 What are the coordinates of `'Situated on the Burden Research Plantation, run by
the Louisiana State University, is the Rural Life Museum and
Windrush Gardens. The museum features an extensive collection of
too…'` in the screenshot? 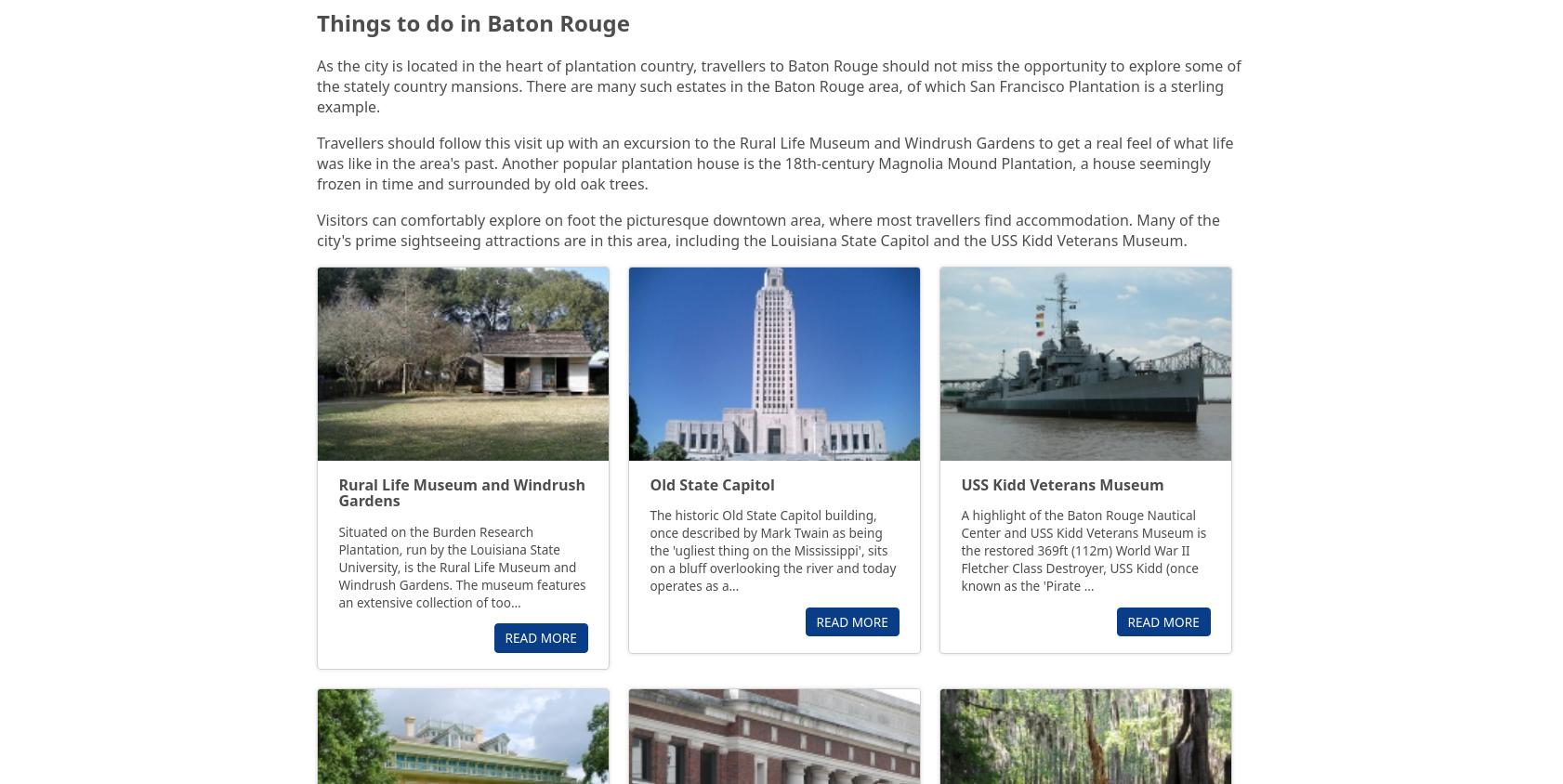 It's located at (462, 566).